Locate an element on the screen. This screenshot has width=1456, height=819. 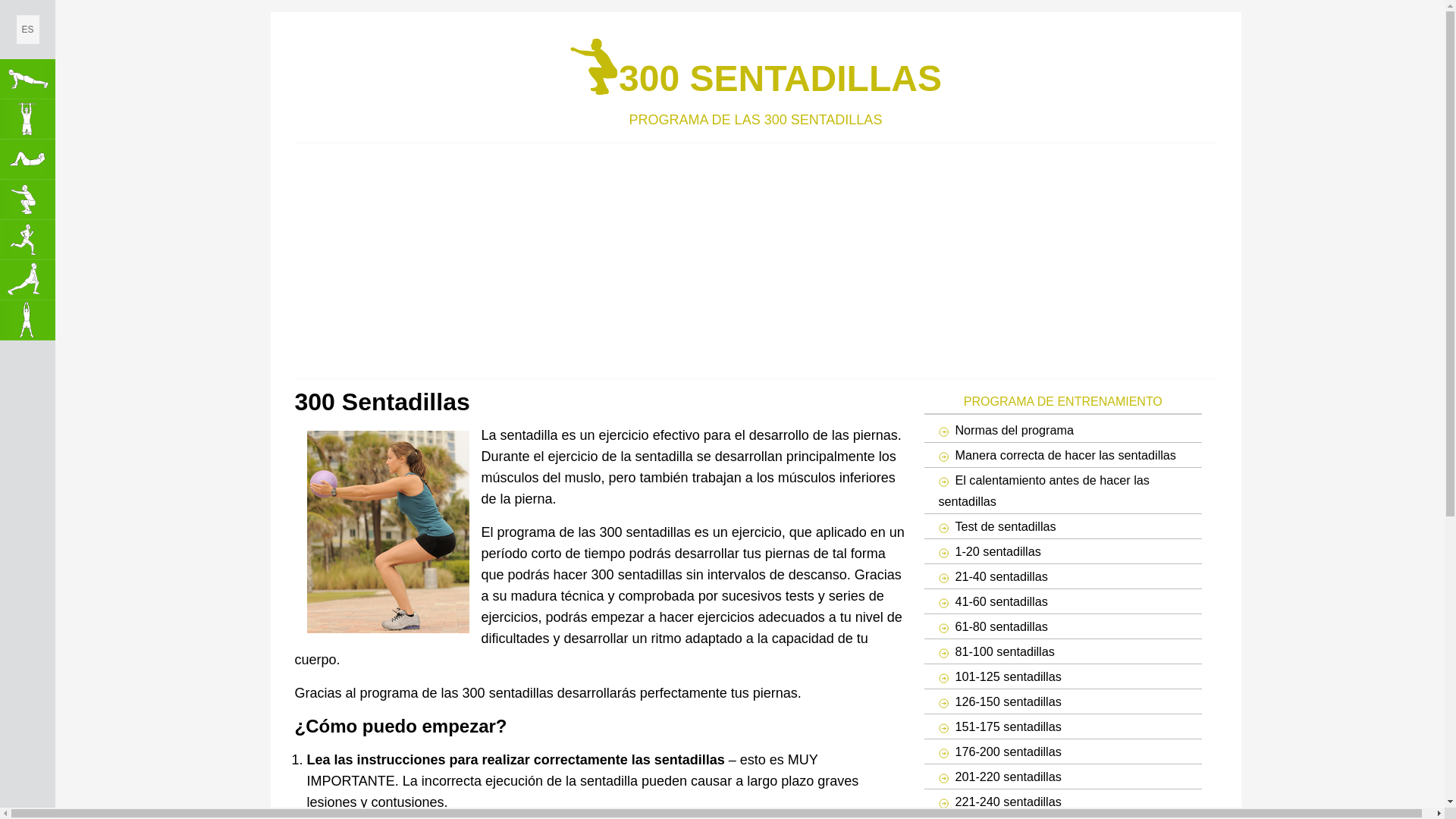
'221-240 sentadillas' is located at coordinates (1062, 800).